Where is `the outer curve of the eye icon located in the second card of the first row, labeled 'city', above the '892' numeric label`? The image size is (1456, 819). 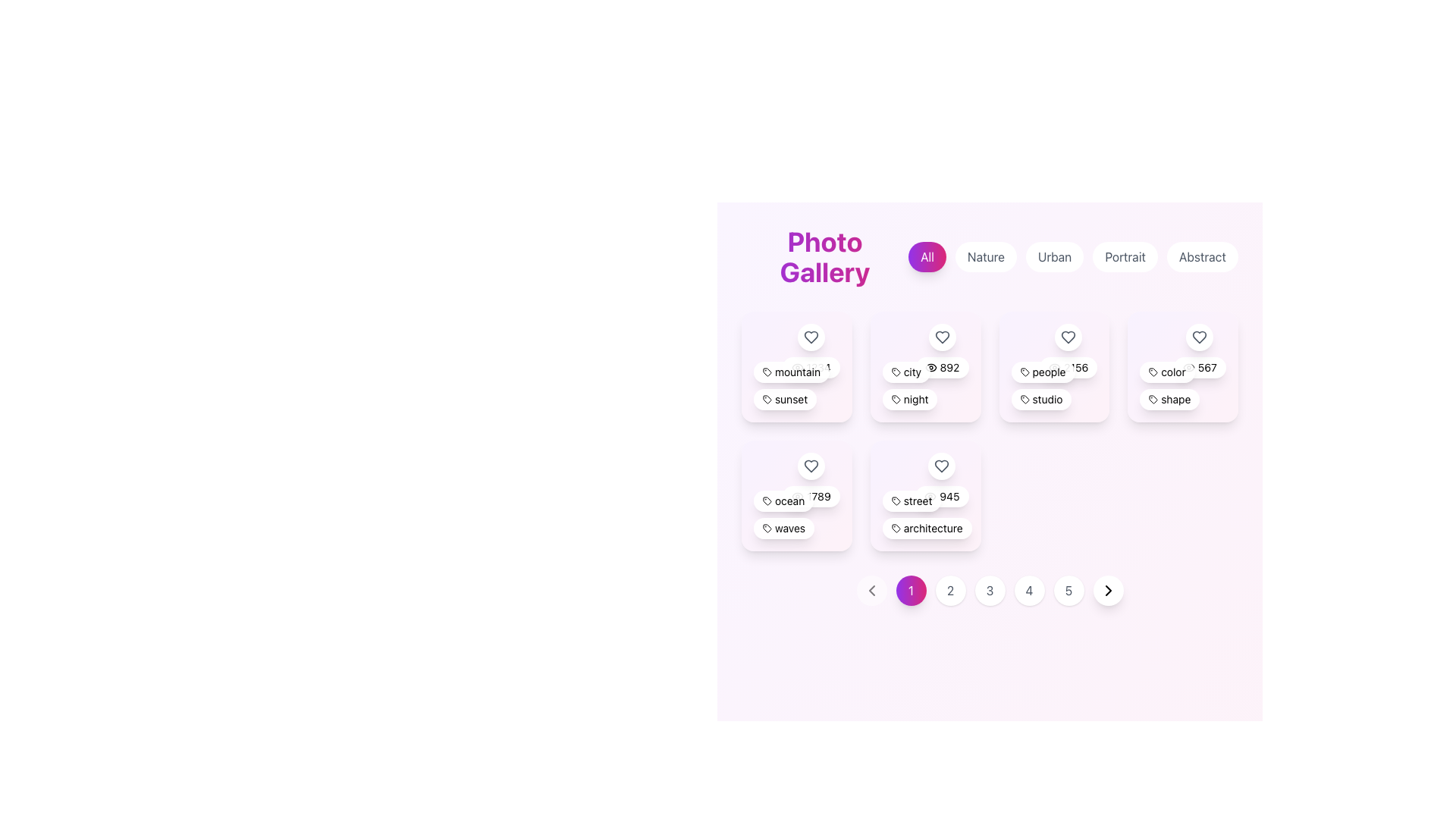
the outer curve of the eye icon located in the second card of the first row, labeled 'city', above the '892' numeric label is located at coordinates (930, 368).